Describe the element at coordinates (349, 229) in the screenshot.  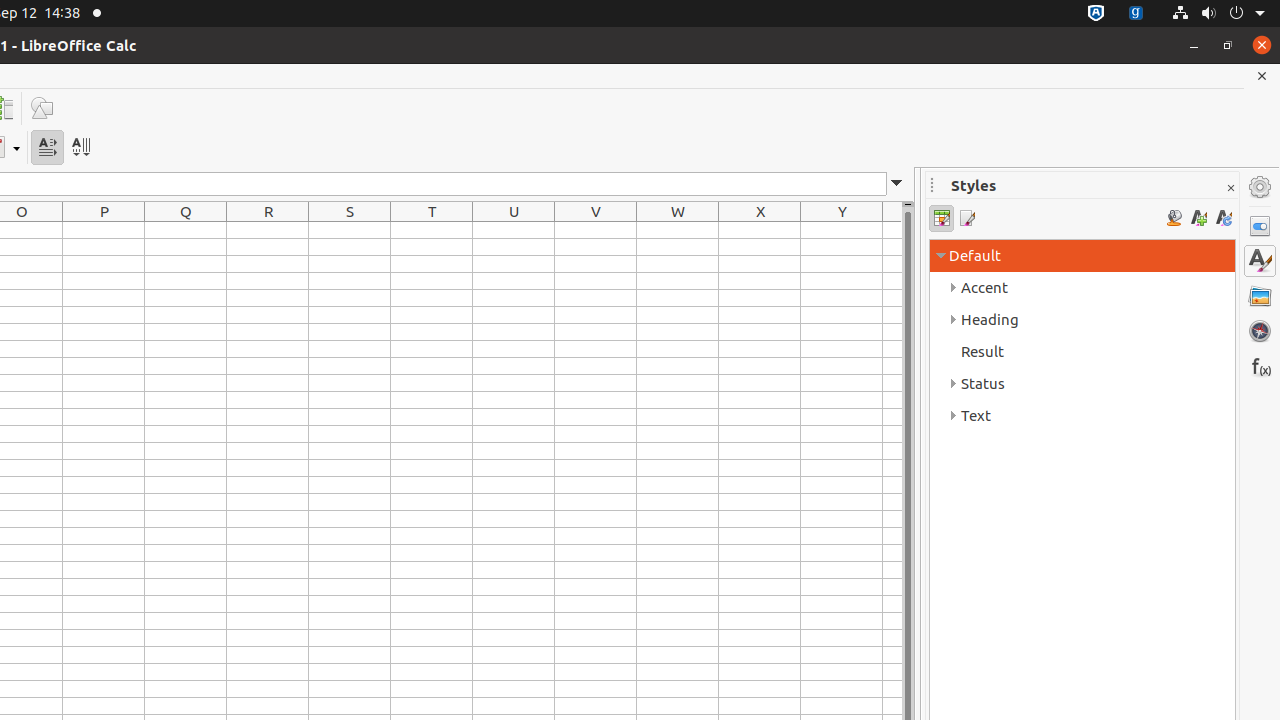
I see `'S1'` at that location.